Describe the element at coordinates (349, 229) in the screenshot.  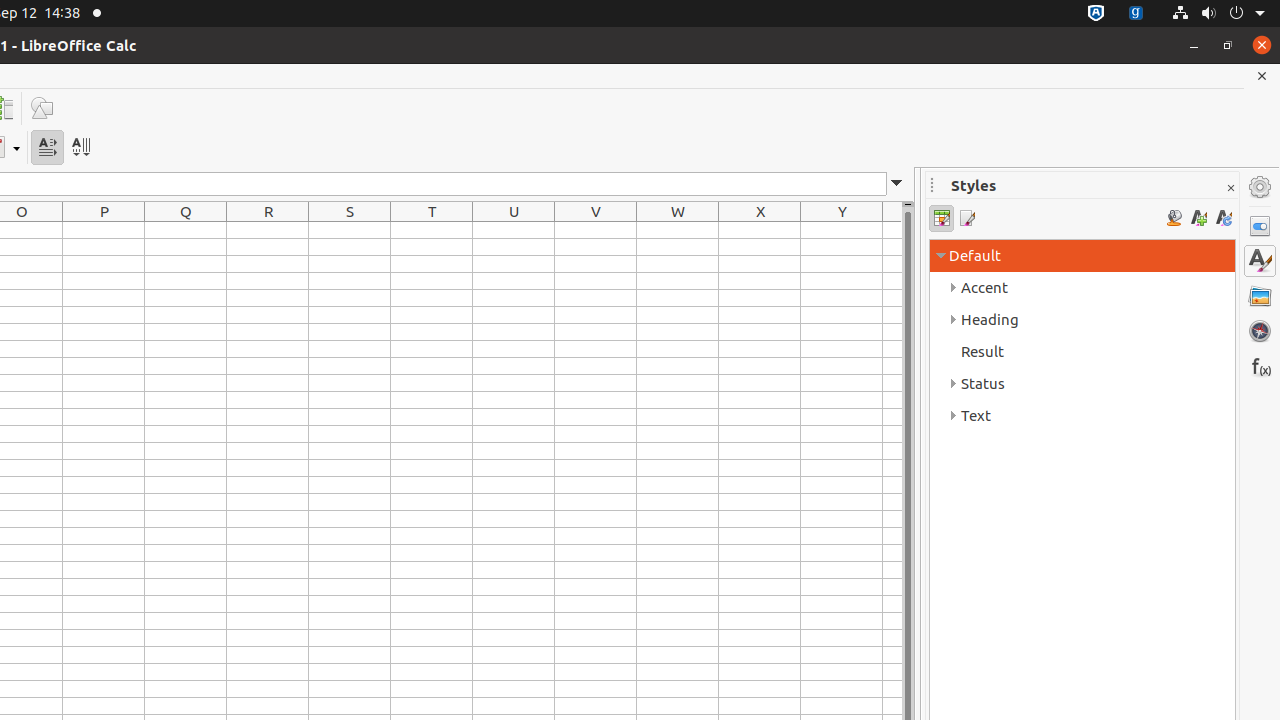
I see `'S1'` at that location.